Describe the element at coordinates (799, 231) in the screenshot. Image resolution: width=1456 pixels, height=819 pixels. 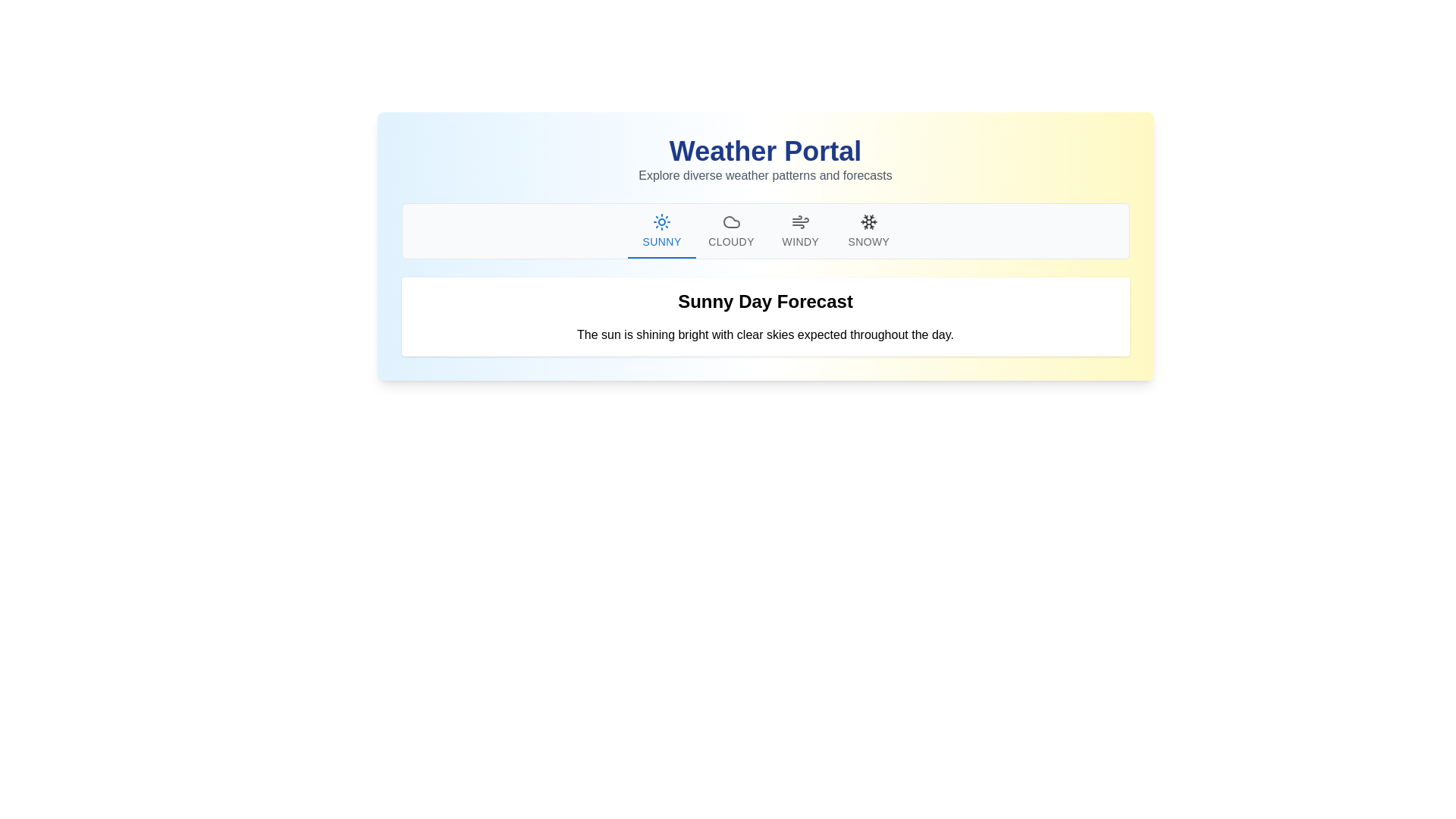
I see `the 'WINDY' tab, which is the third tab from the left, featuring bold blue text and a wind icon` at that location.